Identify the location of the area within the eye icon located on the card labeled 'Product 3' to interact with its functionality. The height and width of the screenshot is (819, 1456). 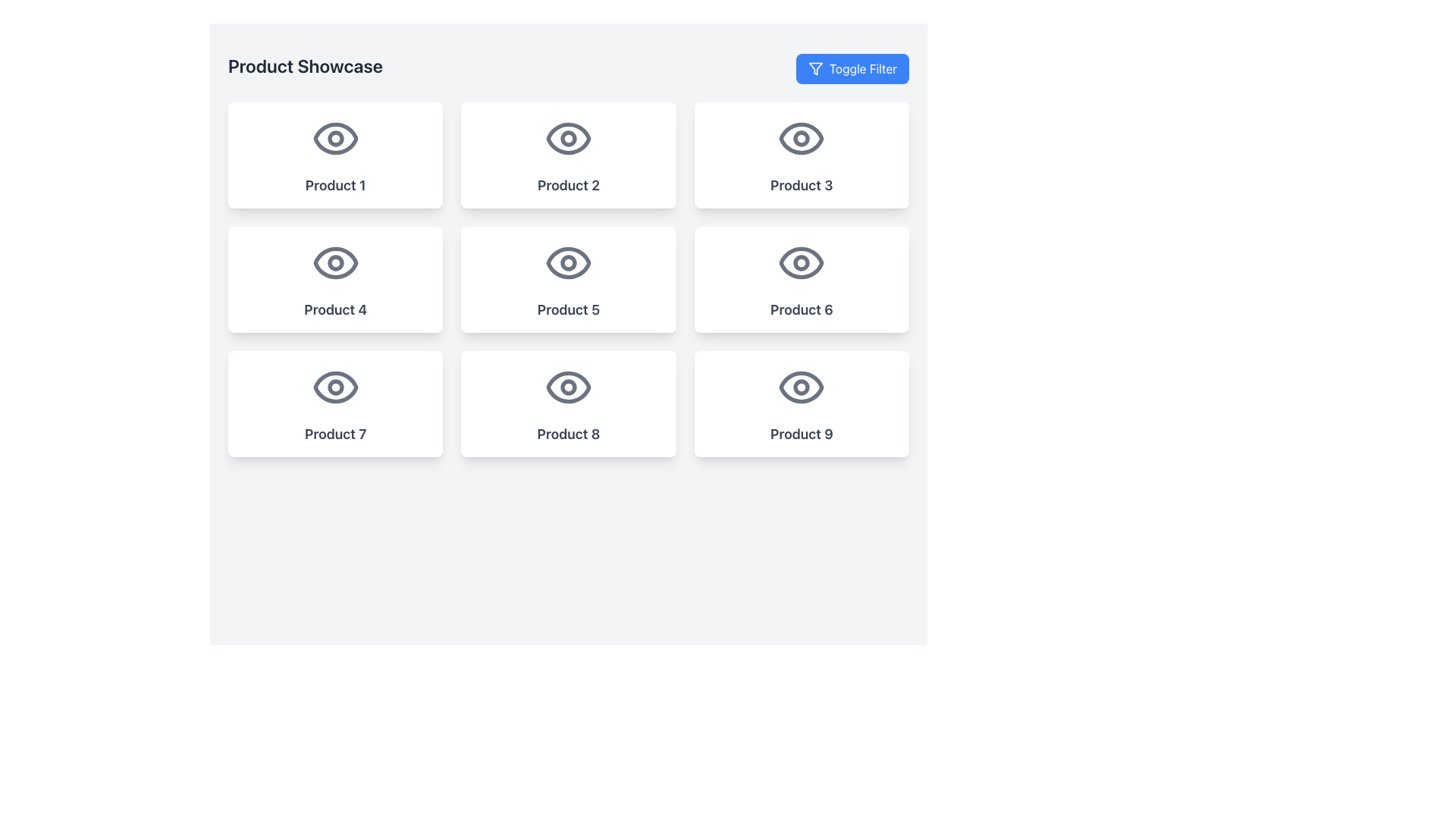
(801, 138).